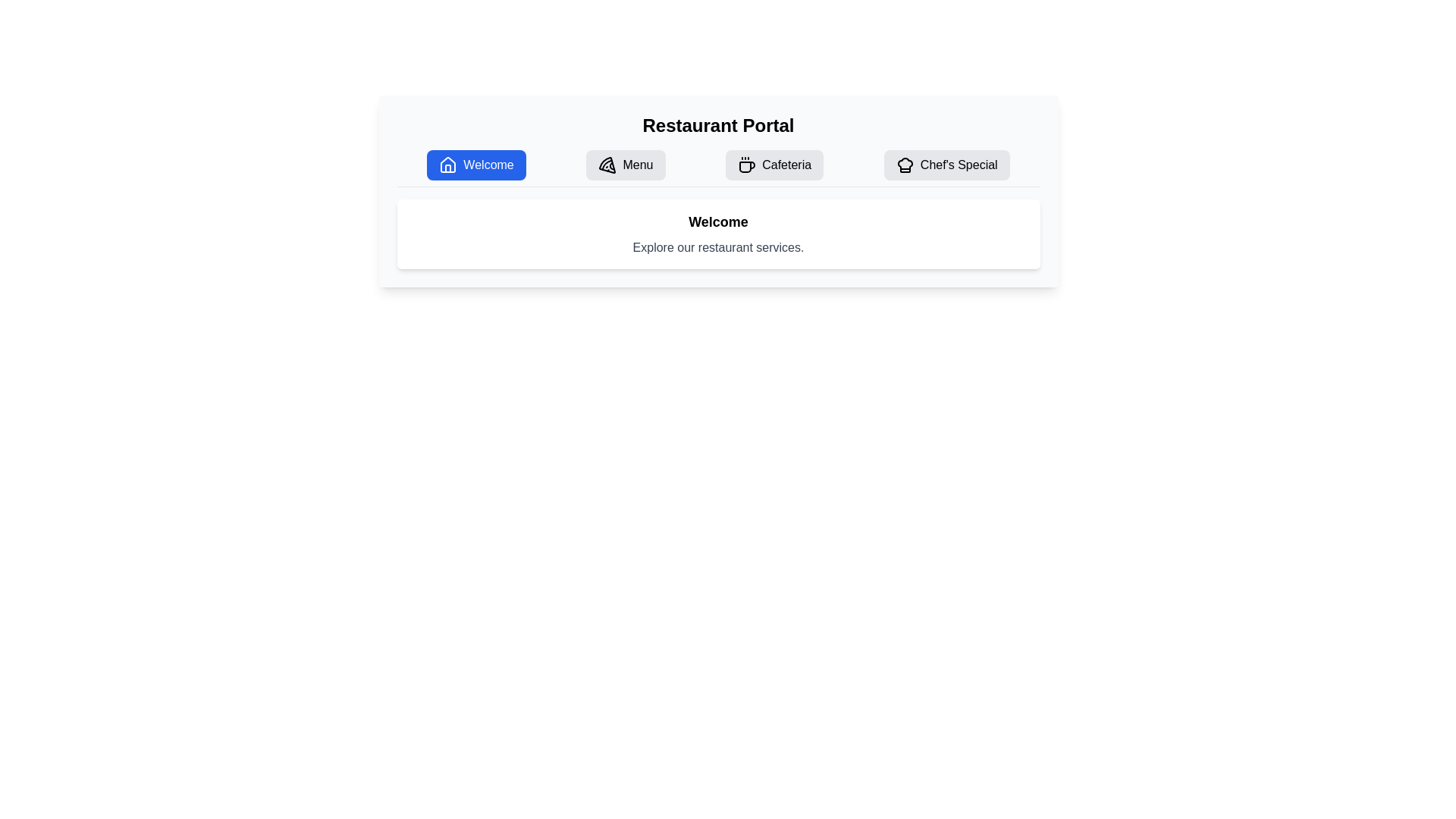 The height and width of the screenshot is (819, 1456). Describe the element at coordinates (447, 165) in the screenshot. I see `the 'Welcome' button which represents the home or main menu functionality, located at the top section of the interface` at that location.